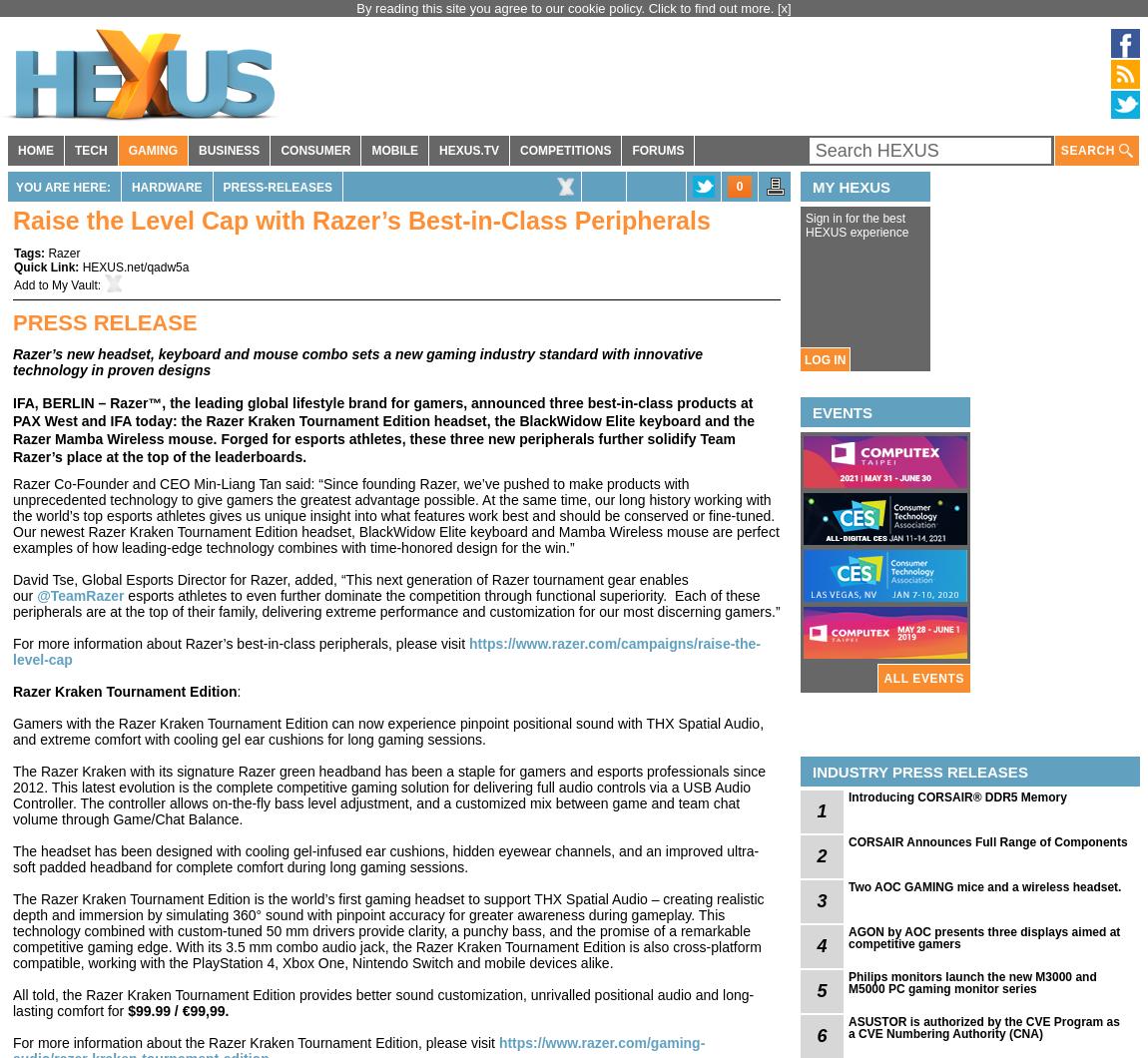 Image resolution: width=1148 pixels, height=1058 pixels. What do you see at coordinates (847, 1027) in the screenshot?
I see `'ASUSTOR is authorized by the CVE Program as a CVE Numbering Authority (CNA)'` at bounding box center [847, 1027].